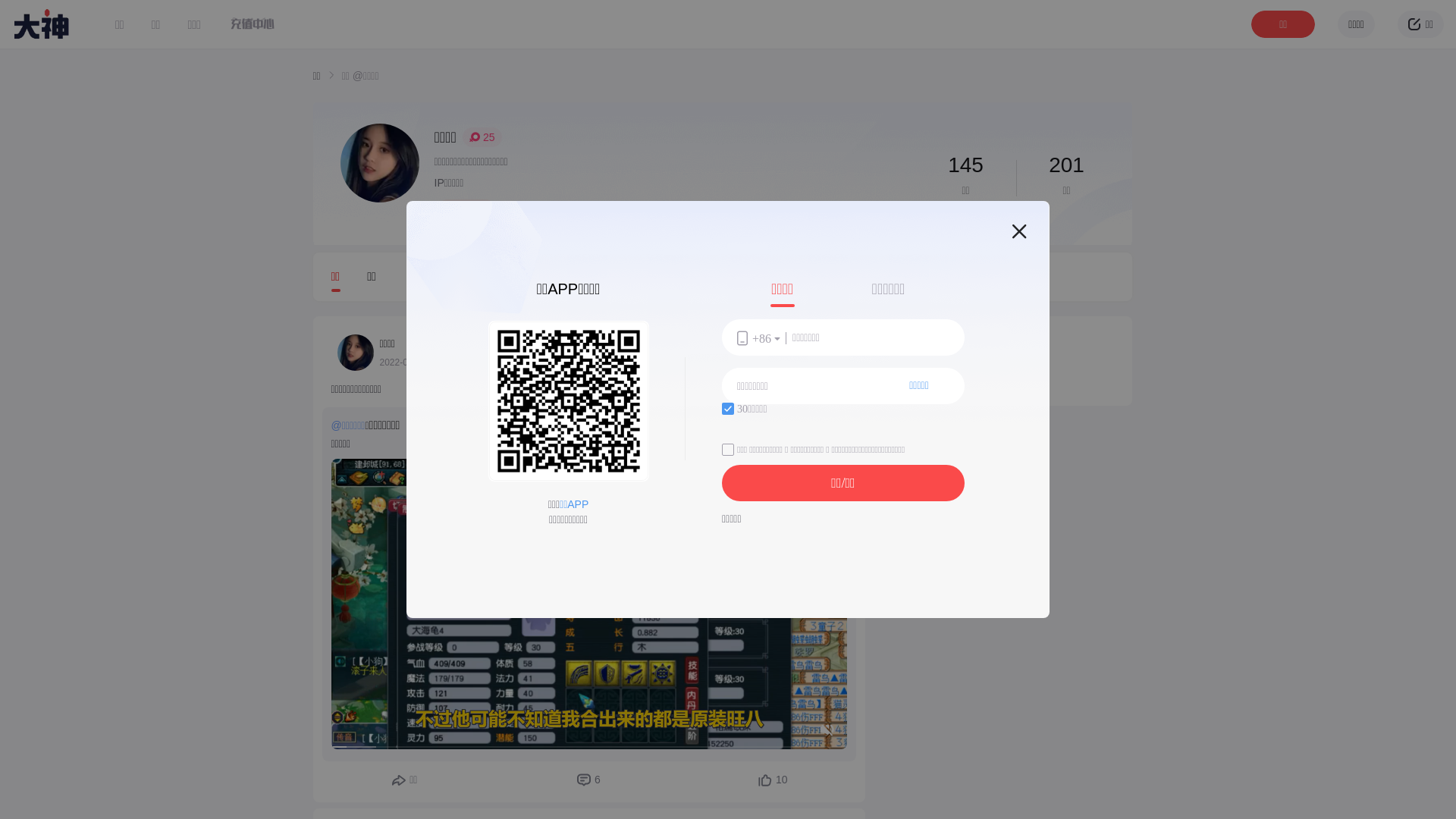  I want to click on '6', so click(588, 780).